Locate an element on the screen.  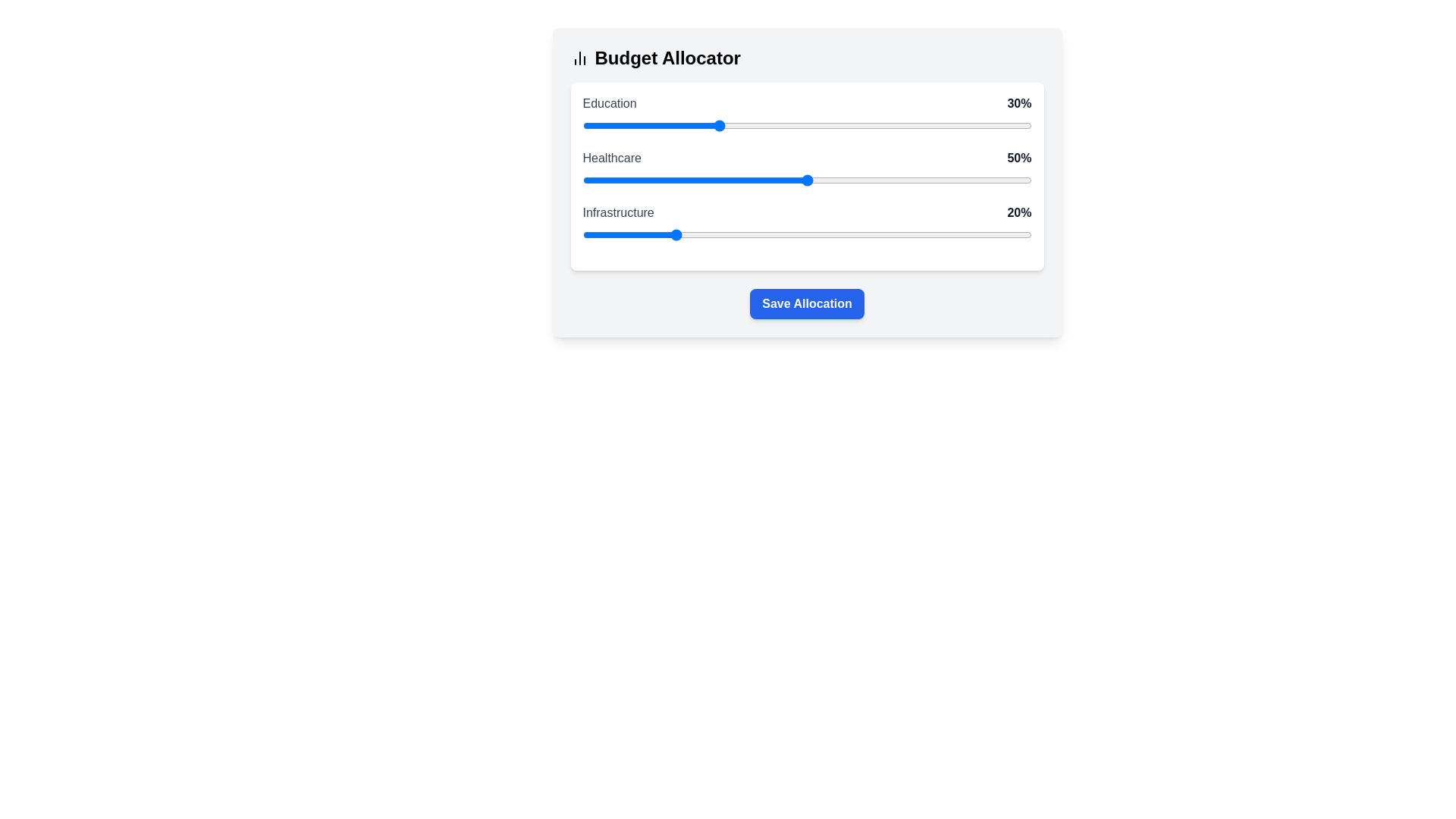
the 'Infrastructure 20%' range slider is located at coordinates (806, 234).